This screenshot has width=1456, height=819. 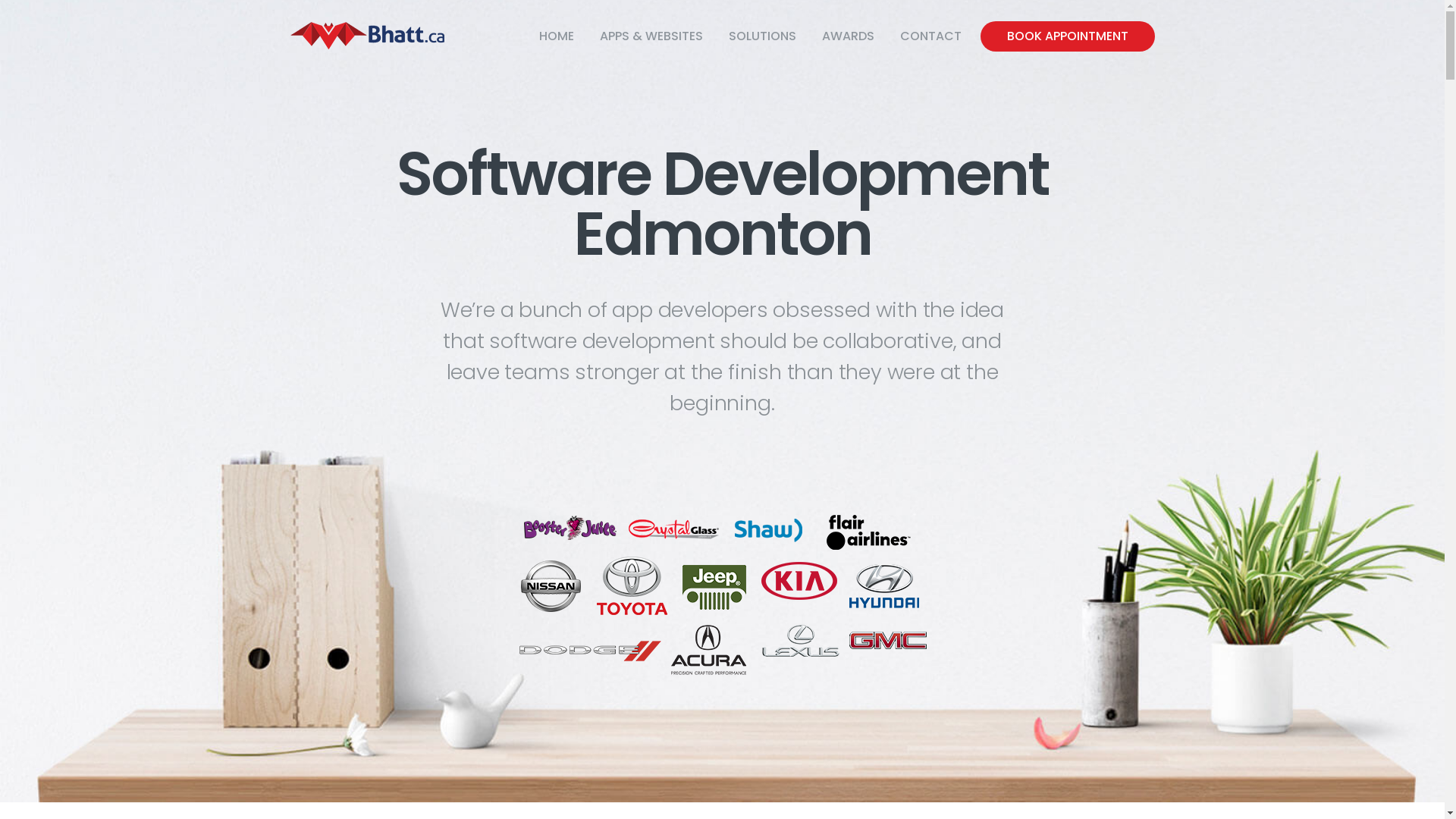 I want to click on 'HOME', so click(x=556, y=35).